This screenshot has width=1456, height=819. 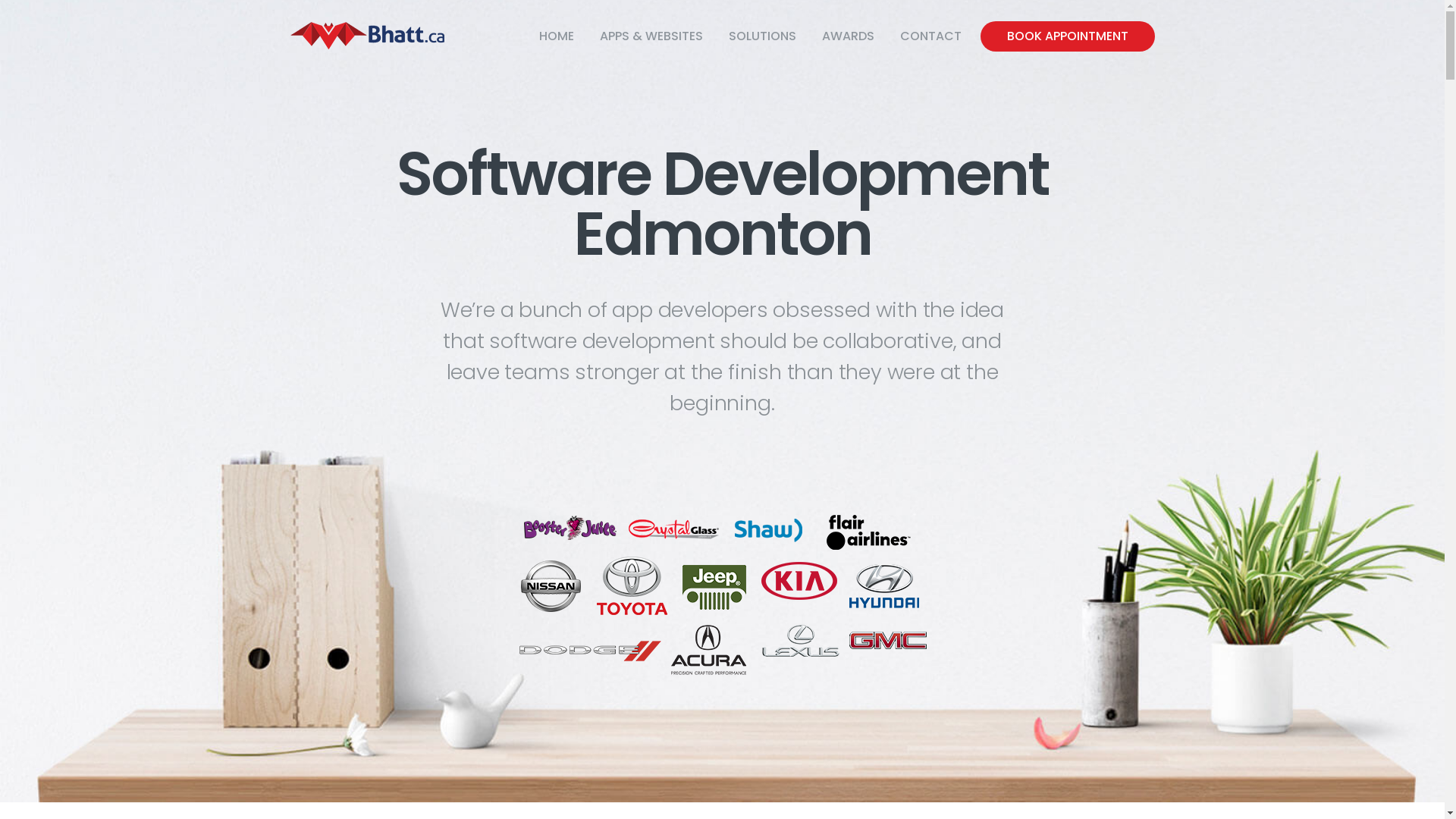 I want to click on 'HOME', so click(x=556, y=35).